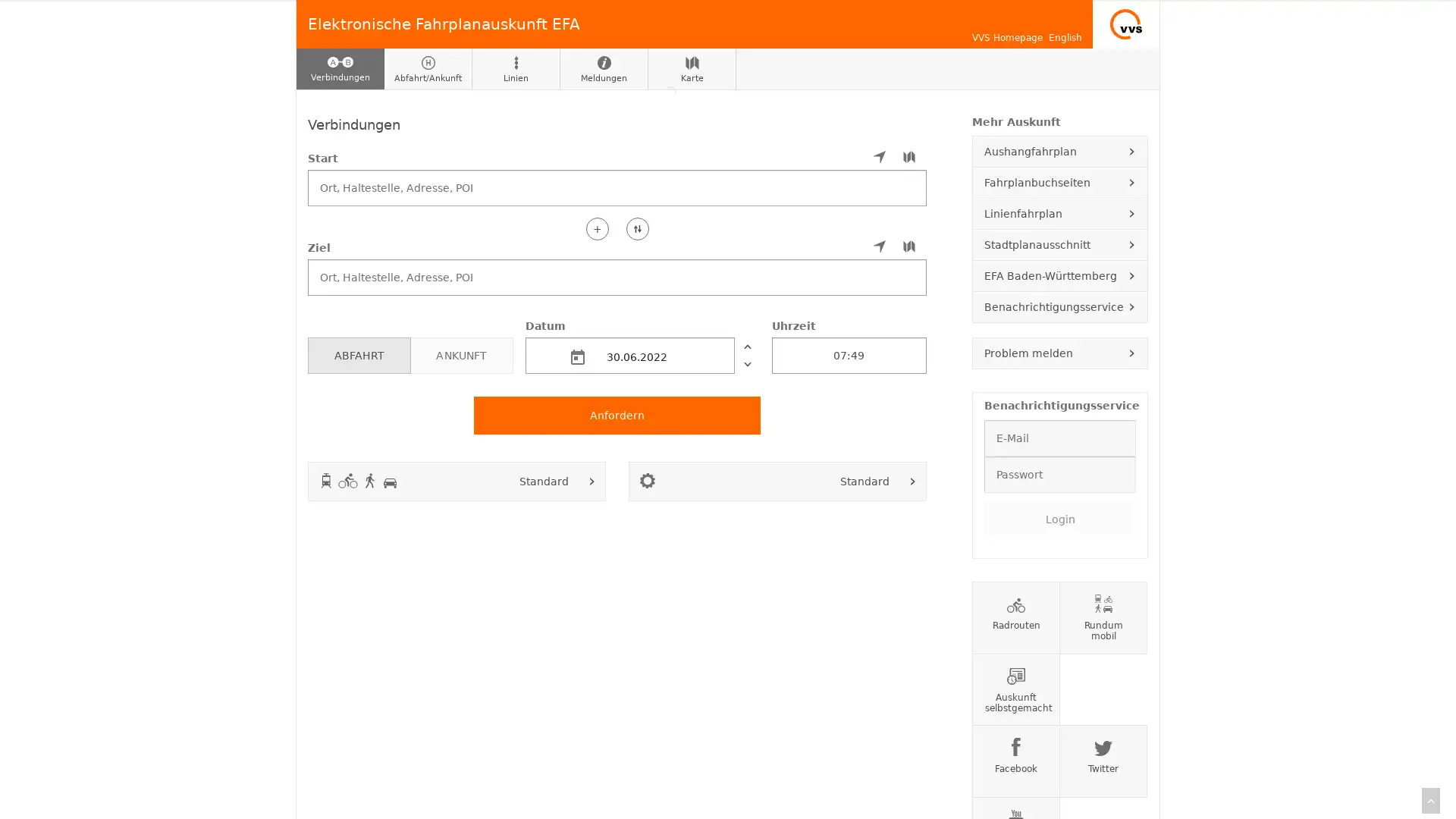  What do you see at coordinates (637, 227) in the screenshot?
I see `Start und Ziel tauschen` at bounding box center [637, 227].